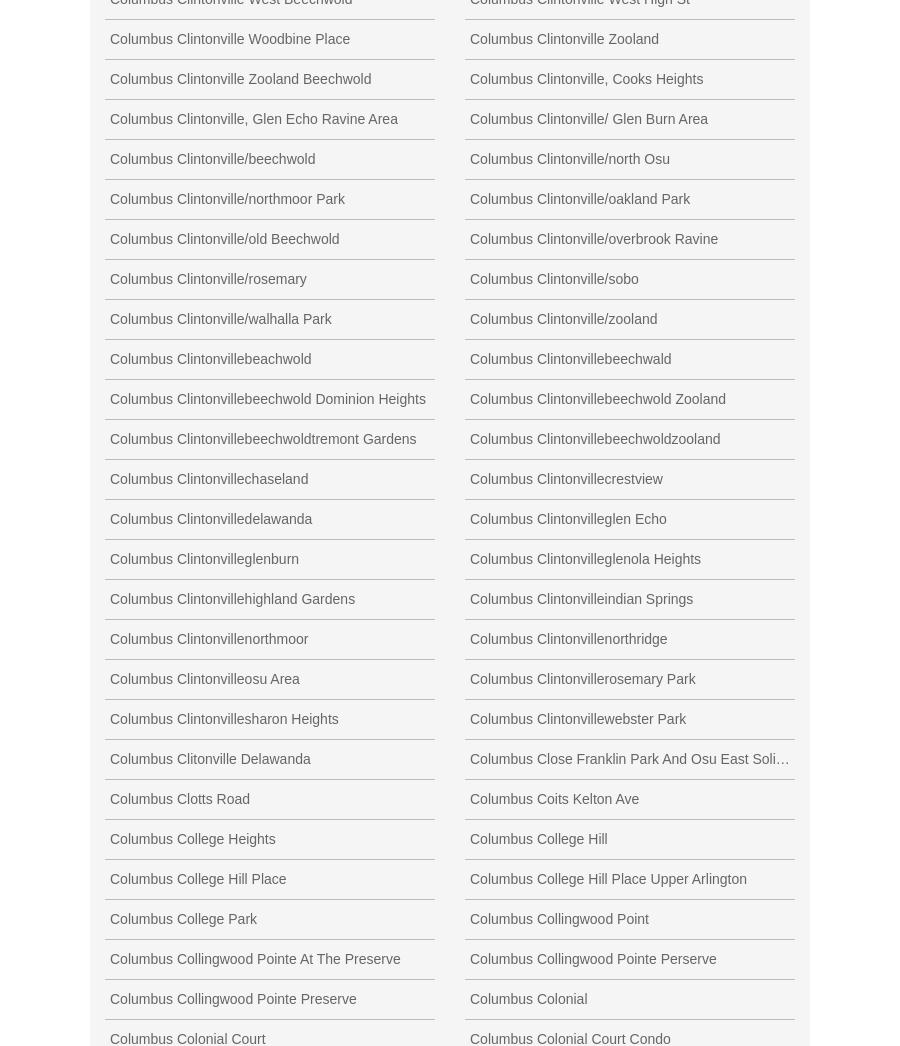 The image size is (900, 1046). I want to click on 'Columbus Clintonville Zooland', so click(564, 36).